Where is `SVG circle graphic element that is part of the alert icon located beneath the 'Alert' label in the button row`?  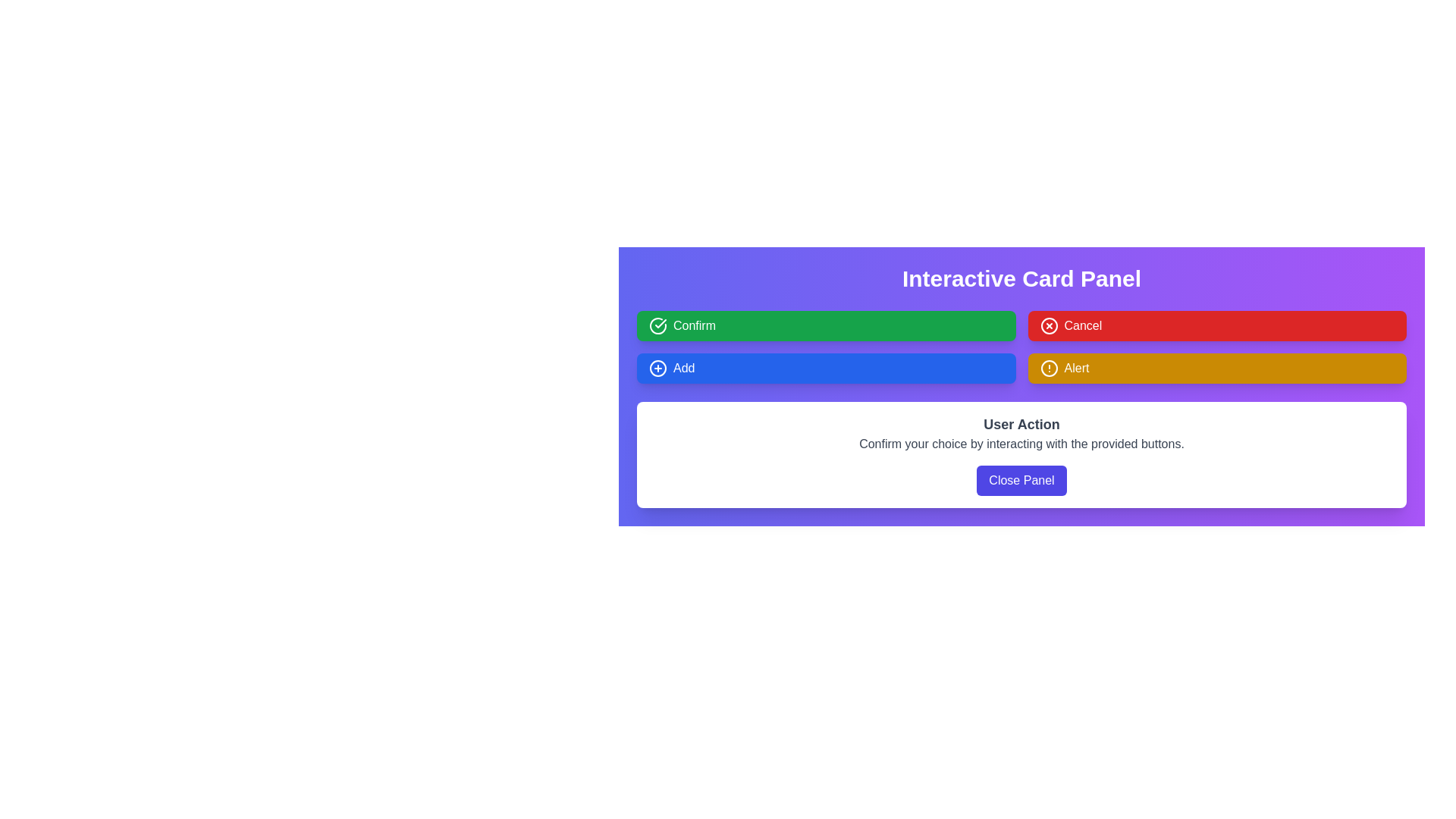
SVG circle graphic element that is part of the alert icon located beneath the 'Alert' label in the button row is located at coordinates (1048, 369).